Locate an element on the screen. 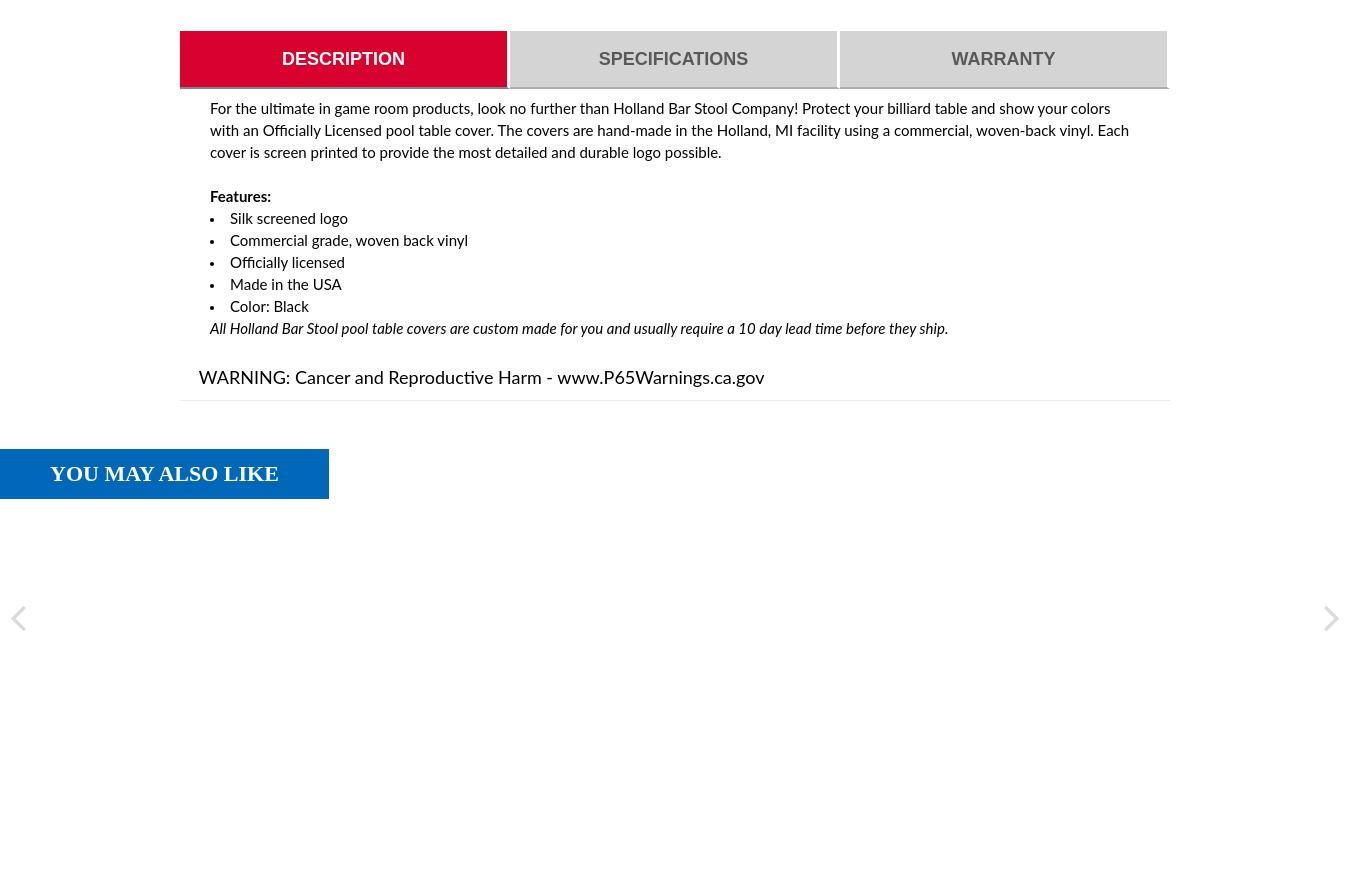  'Commercial grade, woven back vinyl' is located at coordinates (348, 240).